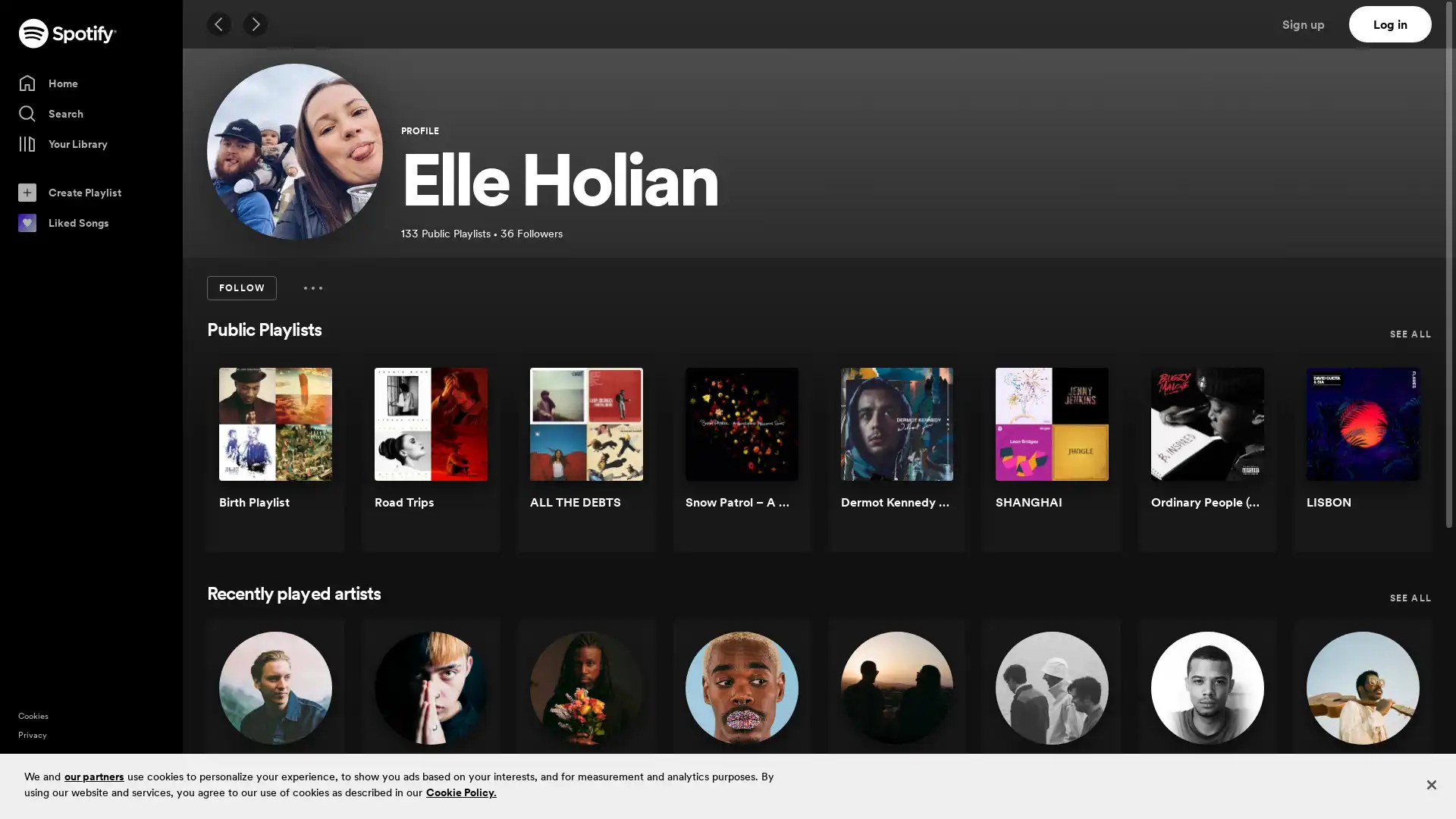  What do you see at coordinates (927, 461) in the screenshot?
I see `Play Dermot Kennedy  Without Fear` at bounding box center [927, 461].